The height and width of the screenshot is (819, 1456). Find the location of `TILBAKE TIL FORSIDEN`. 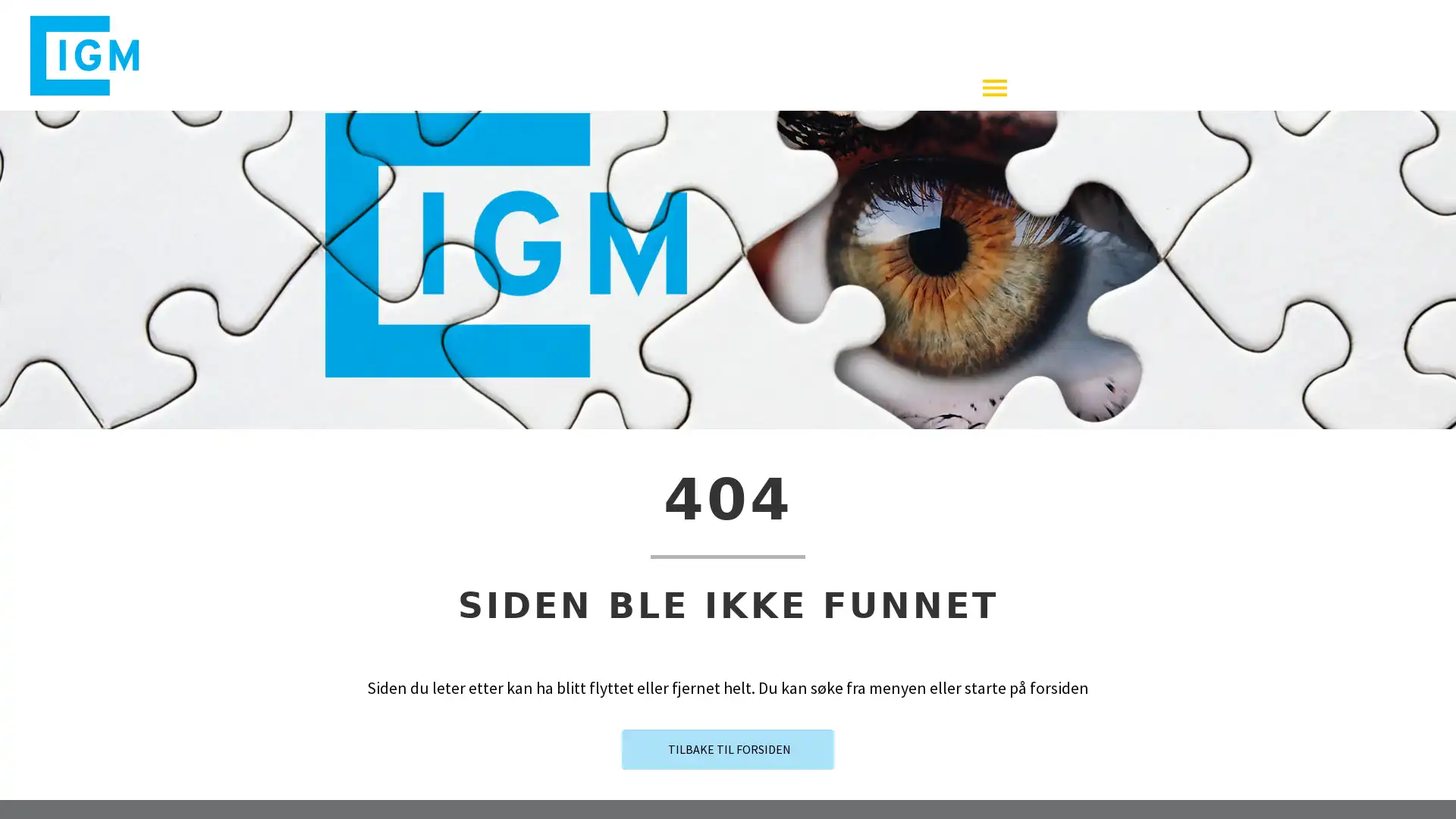

TILBAKE TIL FORSIDEN is located at coordinates (728, 764).